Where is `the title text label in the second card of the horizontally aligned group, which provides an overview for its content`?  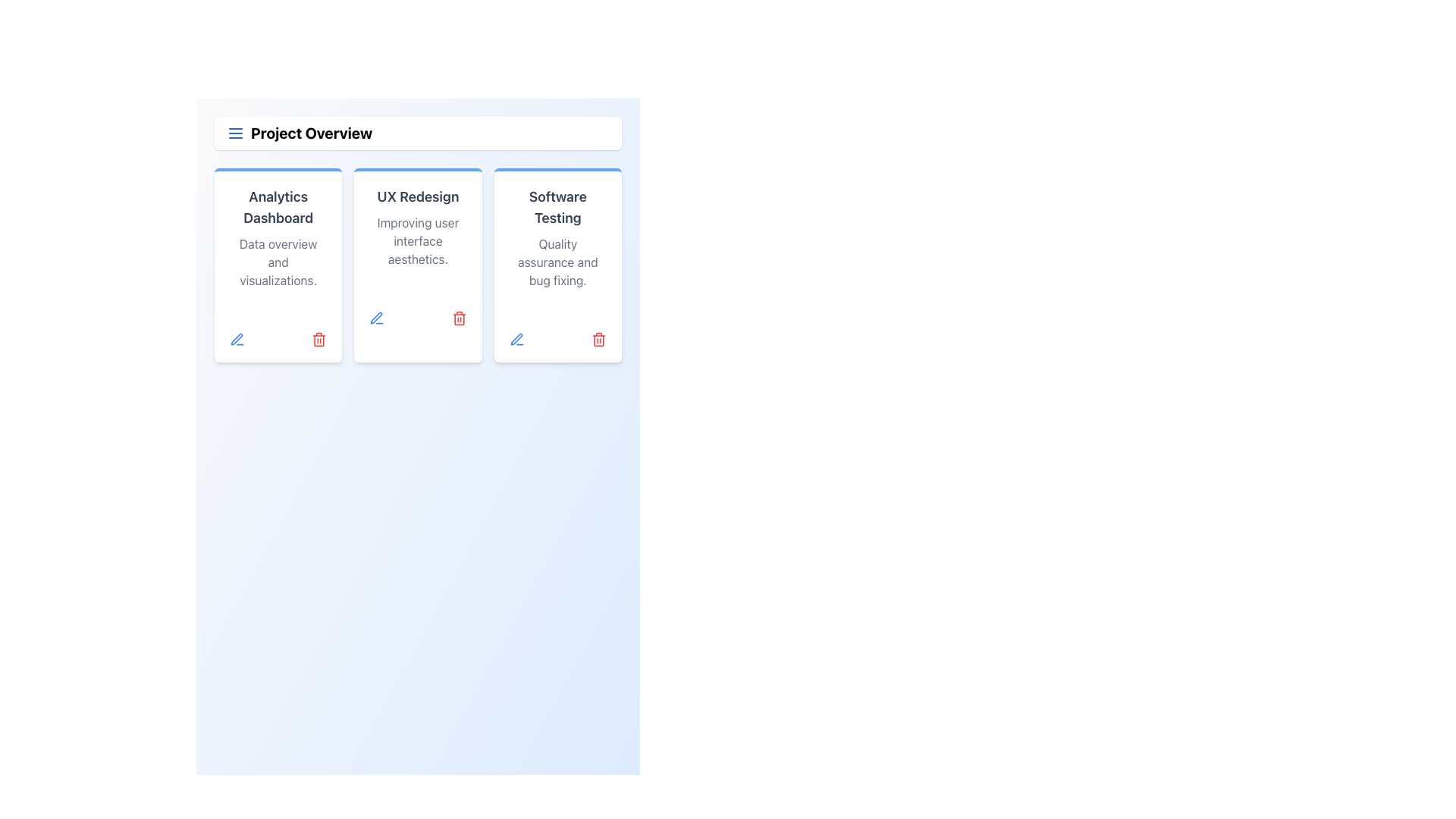
the title text label in the second card of the horizontally aligned group, which provides an overview for its content is located at coordinates (418, 196).